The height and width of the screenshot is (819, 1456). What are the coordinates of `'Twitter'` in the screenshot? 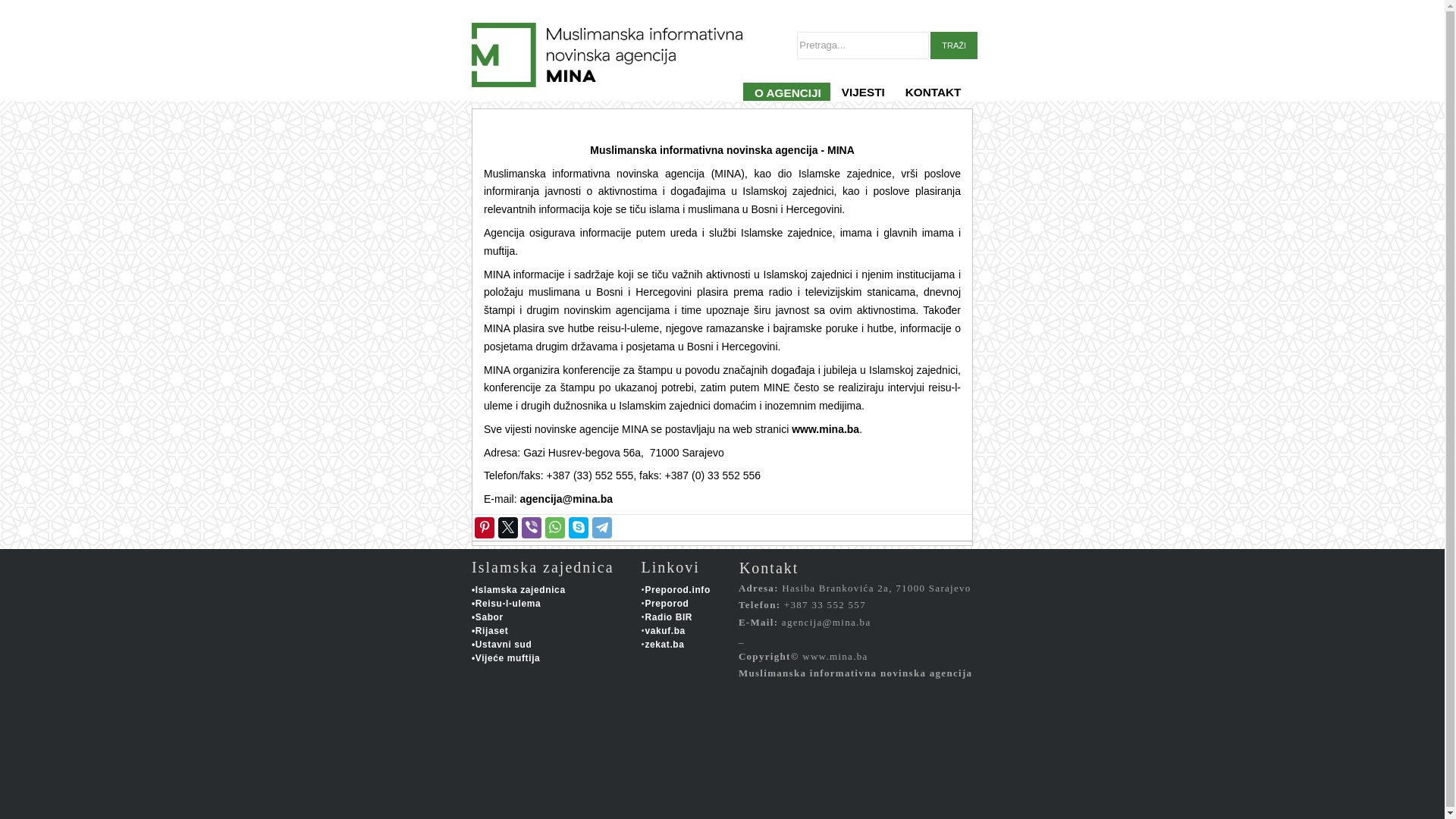 It's located at (507, 526).